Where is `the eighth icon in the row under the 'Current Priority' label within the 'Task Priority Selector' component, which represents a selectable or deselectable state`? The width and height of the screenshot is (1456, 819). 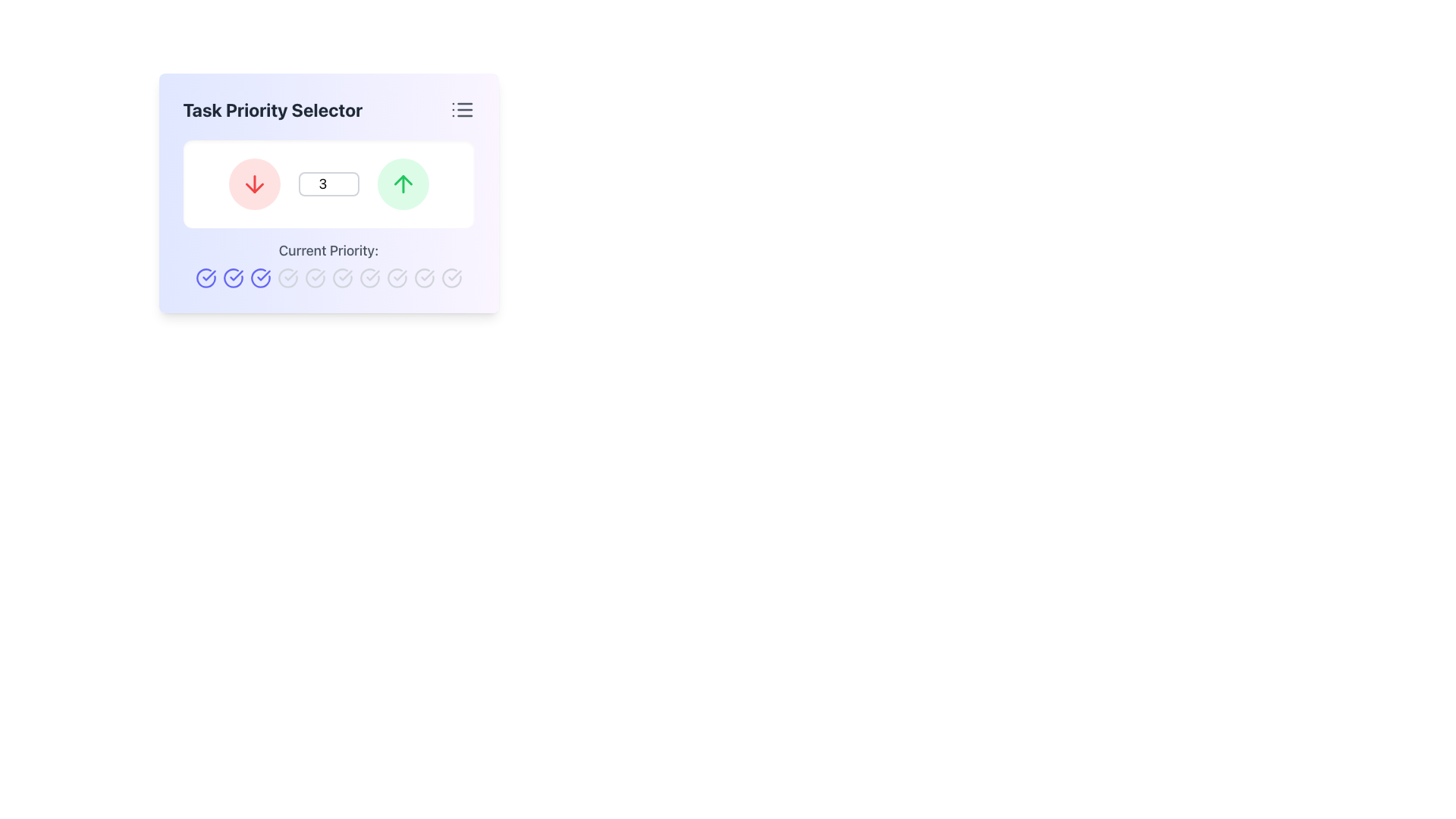
the eighth icon in the row under the 'Current Priority' label within the 'Task Priority Selector' component, which represents a selectable or deselectable state is located at coordinates (369, 278).